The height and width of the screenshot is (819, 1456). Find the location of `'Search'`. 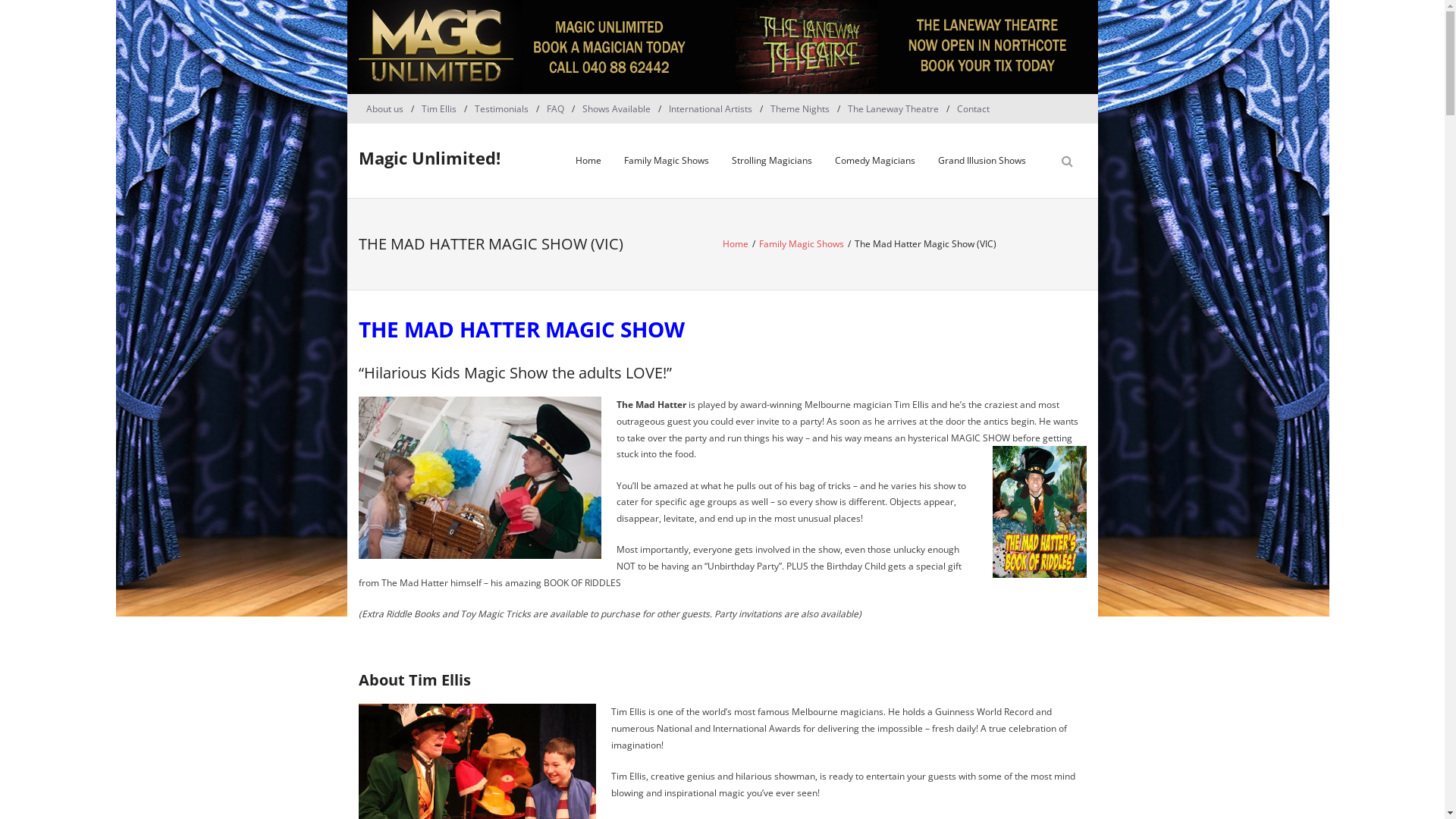

'Search' is located at coordinates (26, 12).